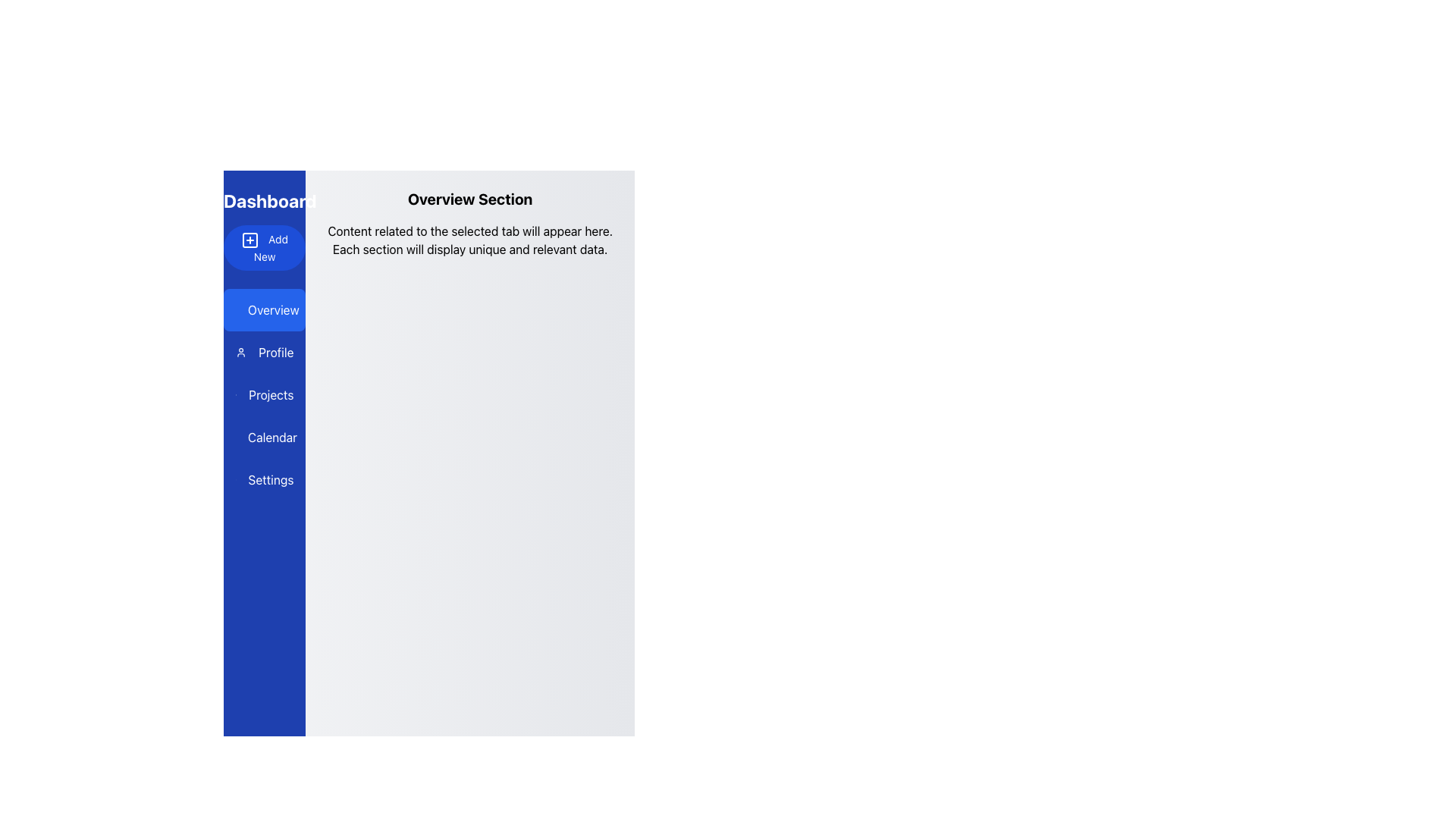  I want to click on the fifth text label in the vertical navigation menu, so click(265, 479).